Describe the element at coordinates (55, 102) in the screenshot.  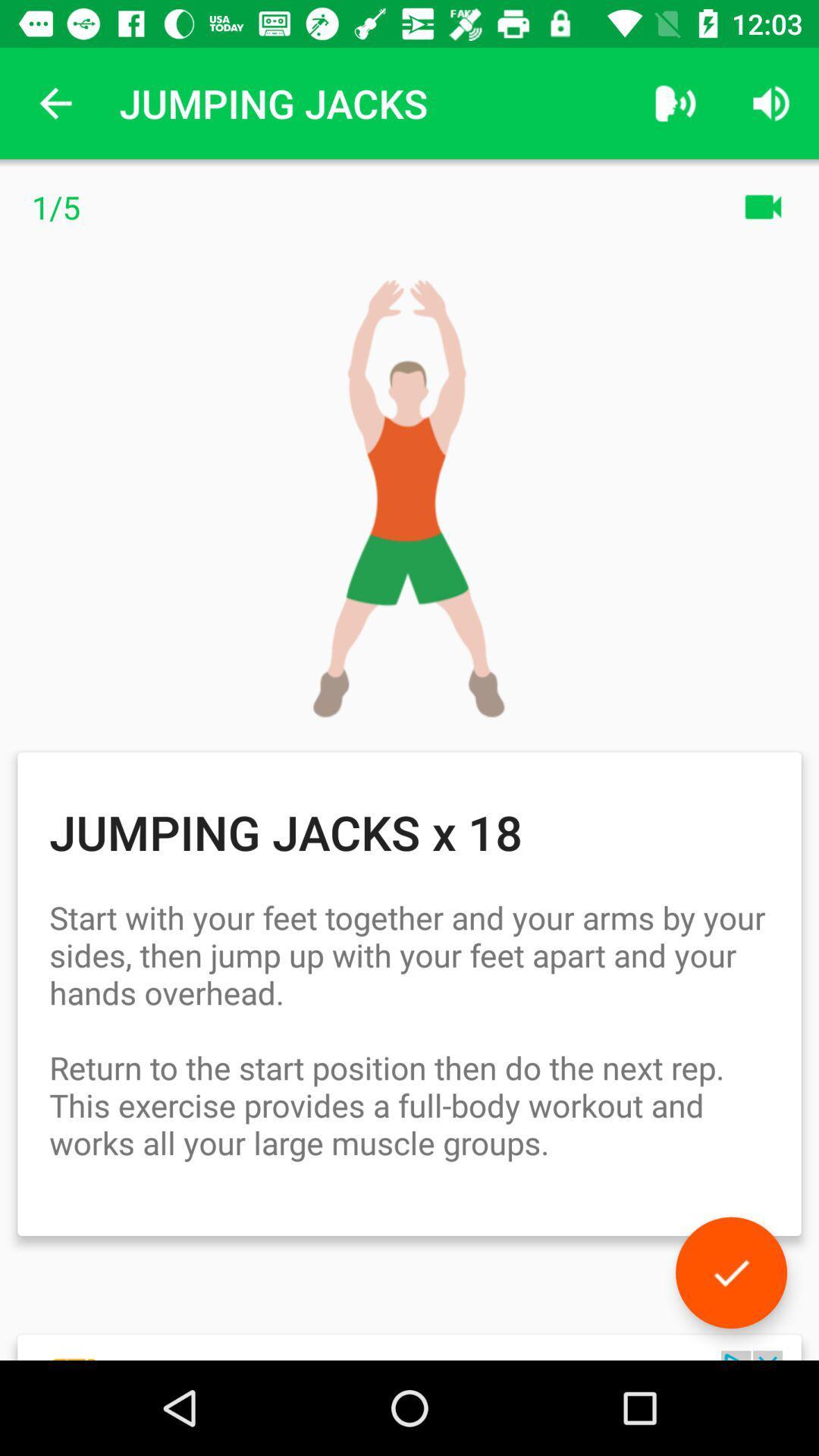
I see `the item to the left of the jumping jacks app` at that location.